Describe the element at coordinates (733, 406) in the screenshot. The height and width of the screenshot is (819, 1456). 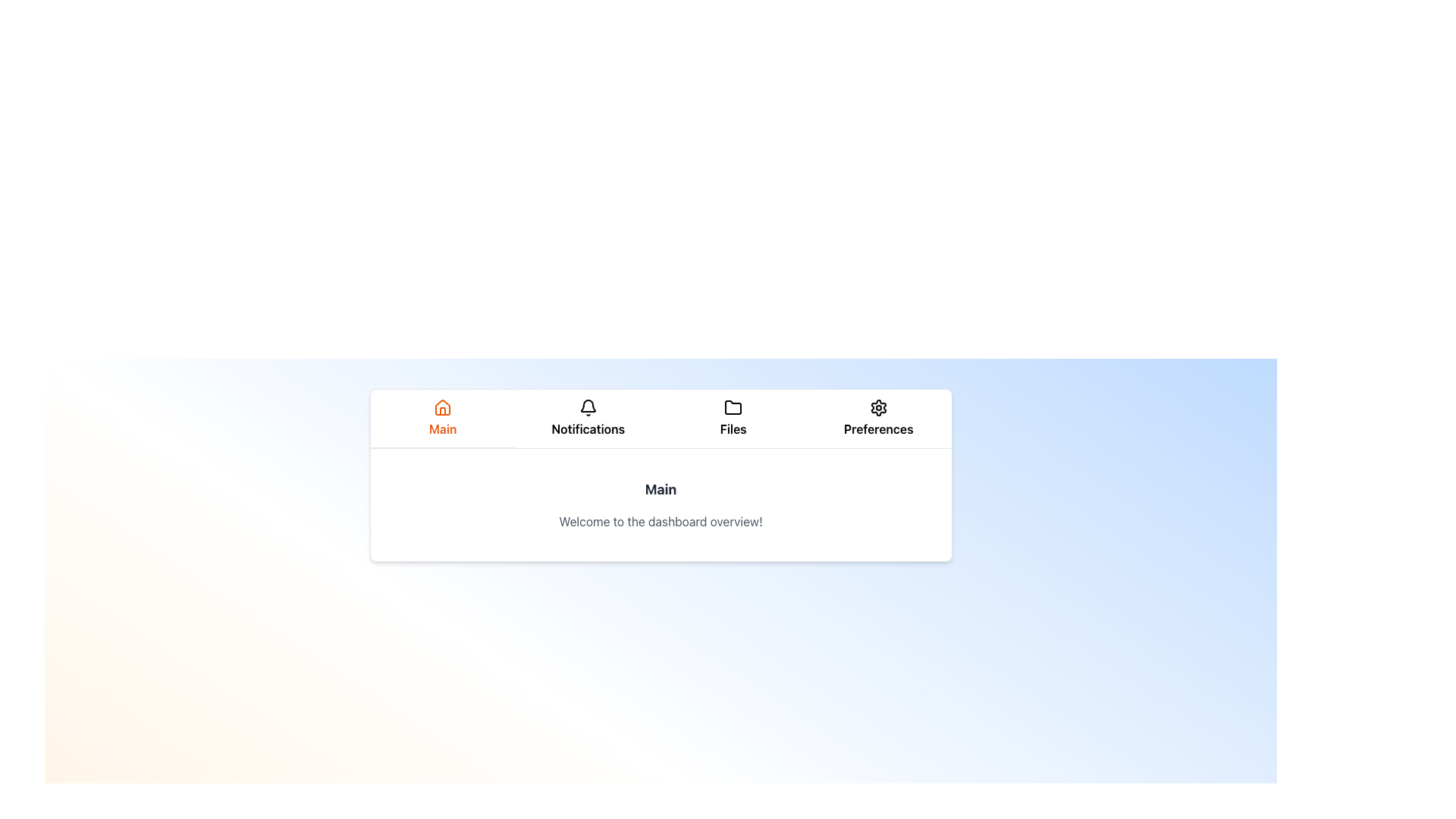
I see `the Folder Icon, which is the third icon in a row of four at the top of the interface` at that location.